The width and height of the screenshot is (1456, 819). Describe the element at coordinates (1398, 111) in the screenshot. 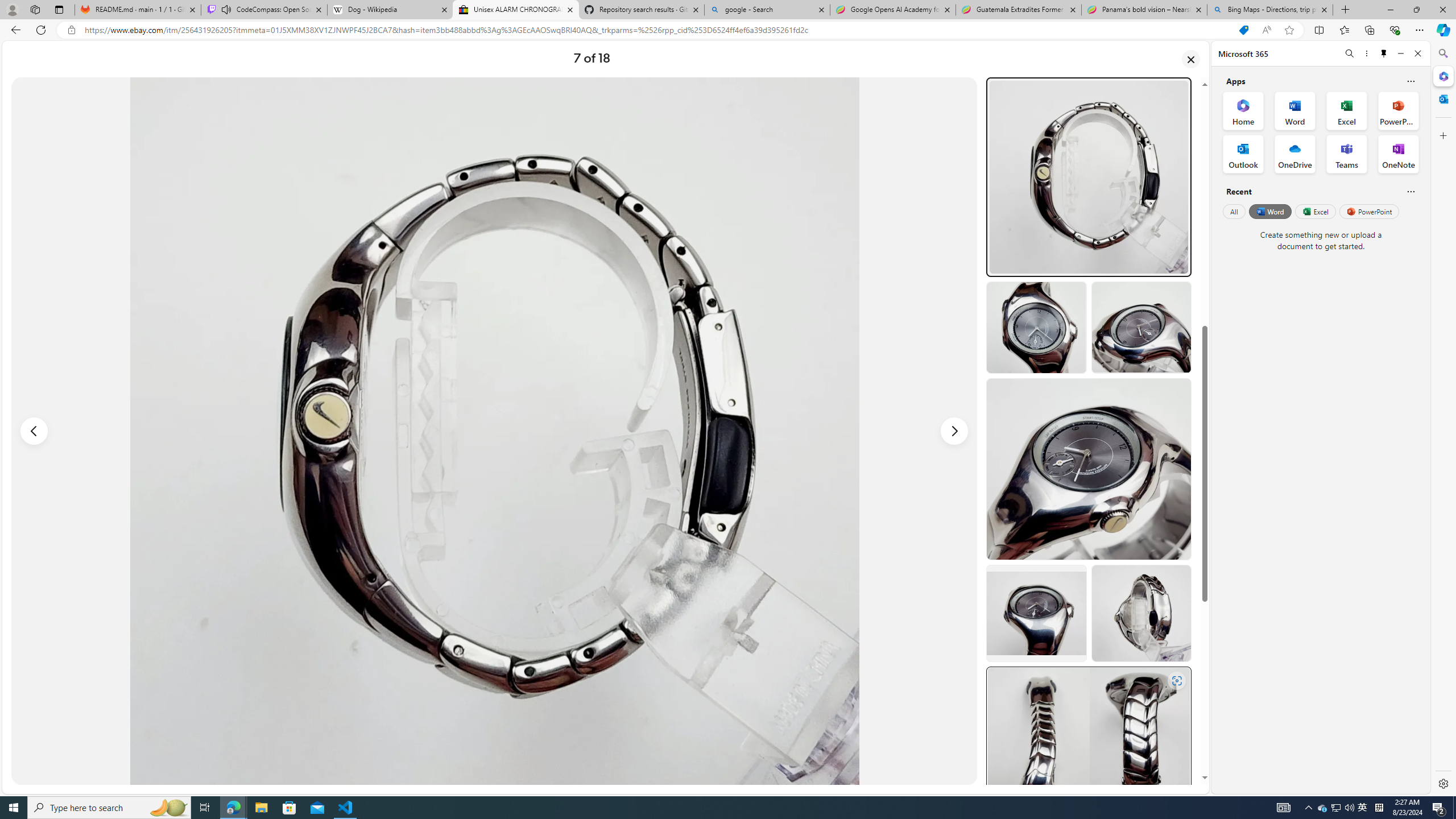

I see `'PowerPoint Office App'` at that location.